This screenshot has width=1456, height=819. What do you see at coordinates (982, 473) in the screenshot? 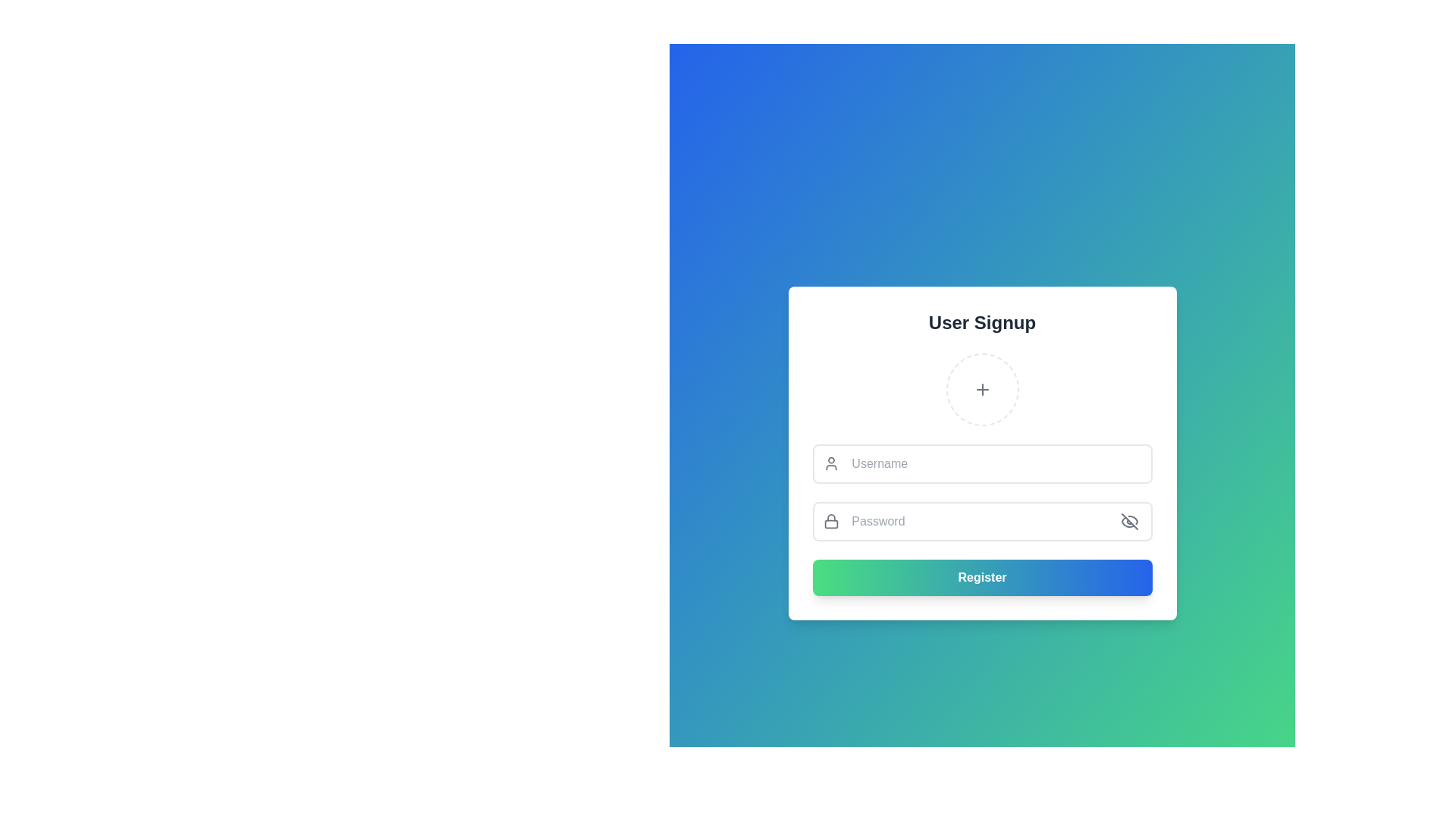
I see `the vertical form section containing input fields and the 'Register' button to focus on the input fields for username and password` at bounding box center [982, 473].